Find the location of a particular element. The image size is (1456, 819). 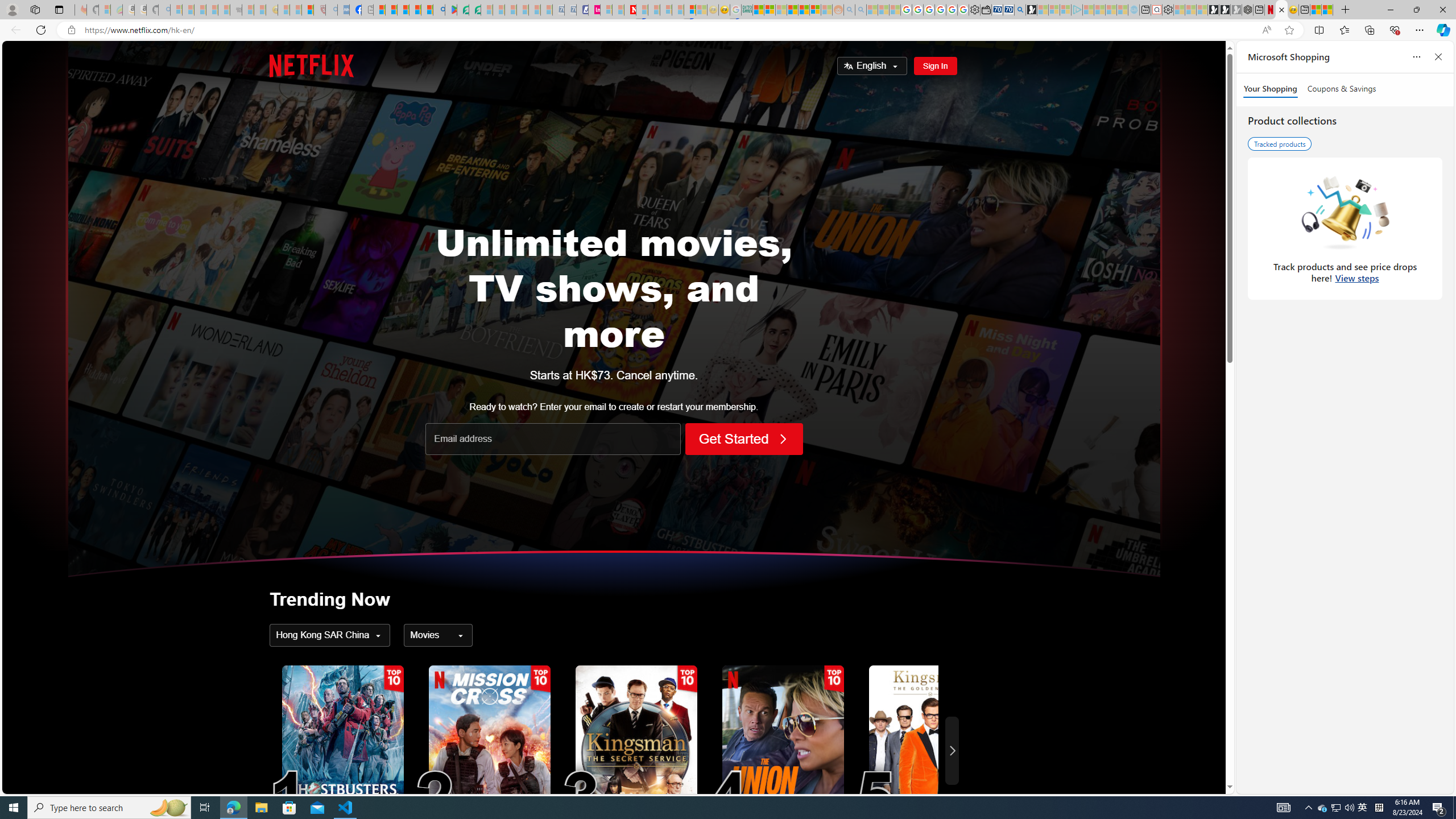

'Jobs - lastminute.com Investor Portal' is located at coordinates (594, 9).